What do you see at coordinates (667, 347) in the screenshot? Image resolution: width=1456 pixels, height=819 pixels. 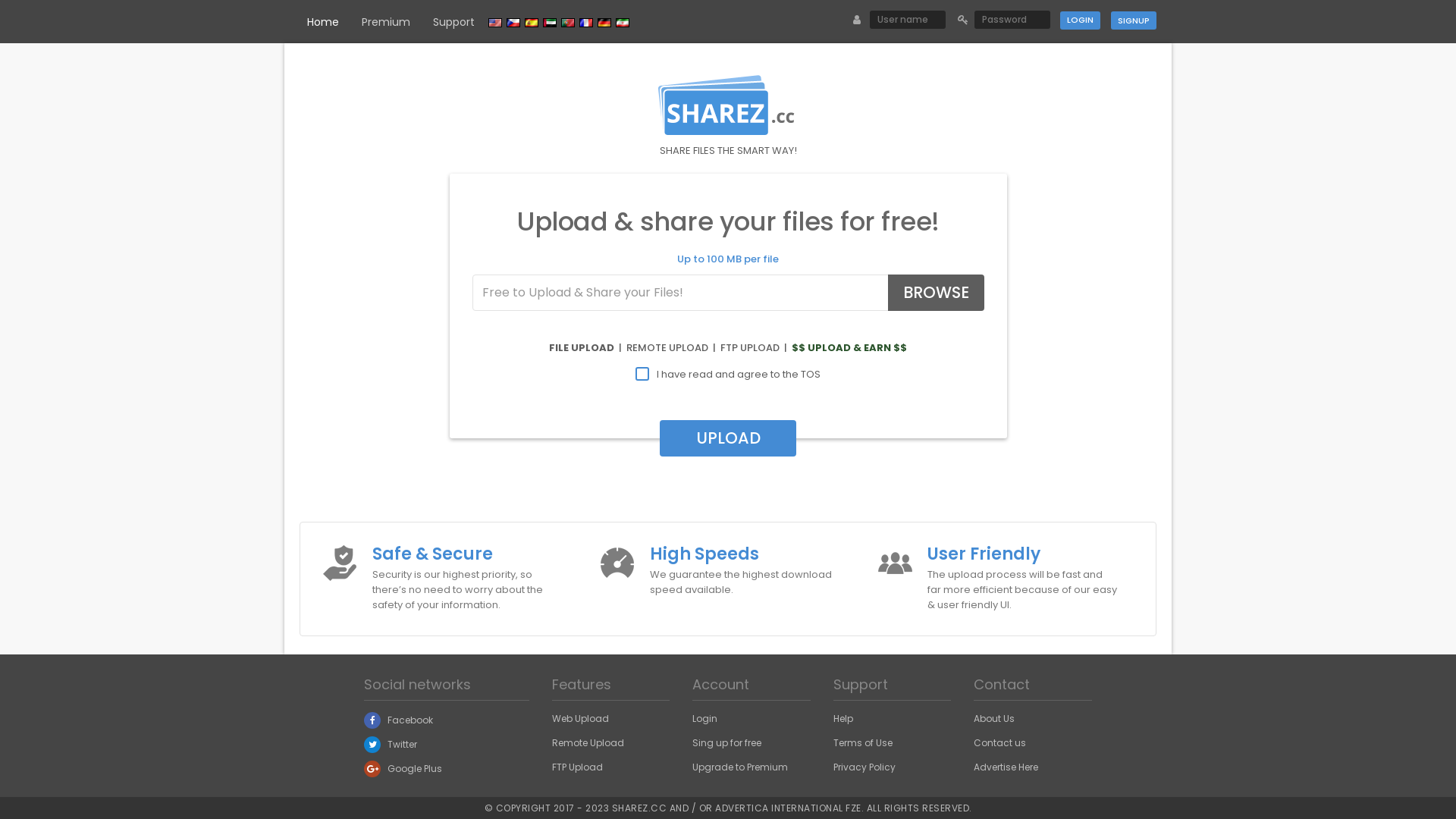 I see `'REMOTE UPLOAD'` at bounding box center [667, 347].